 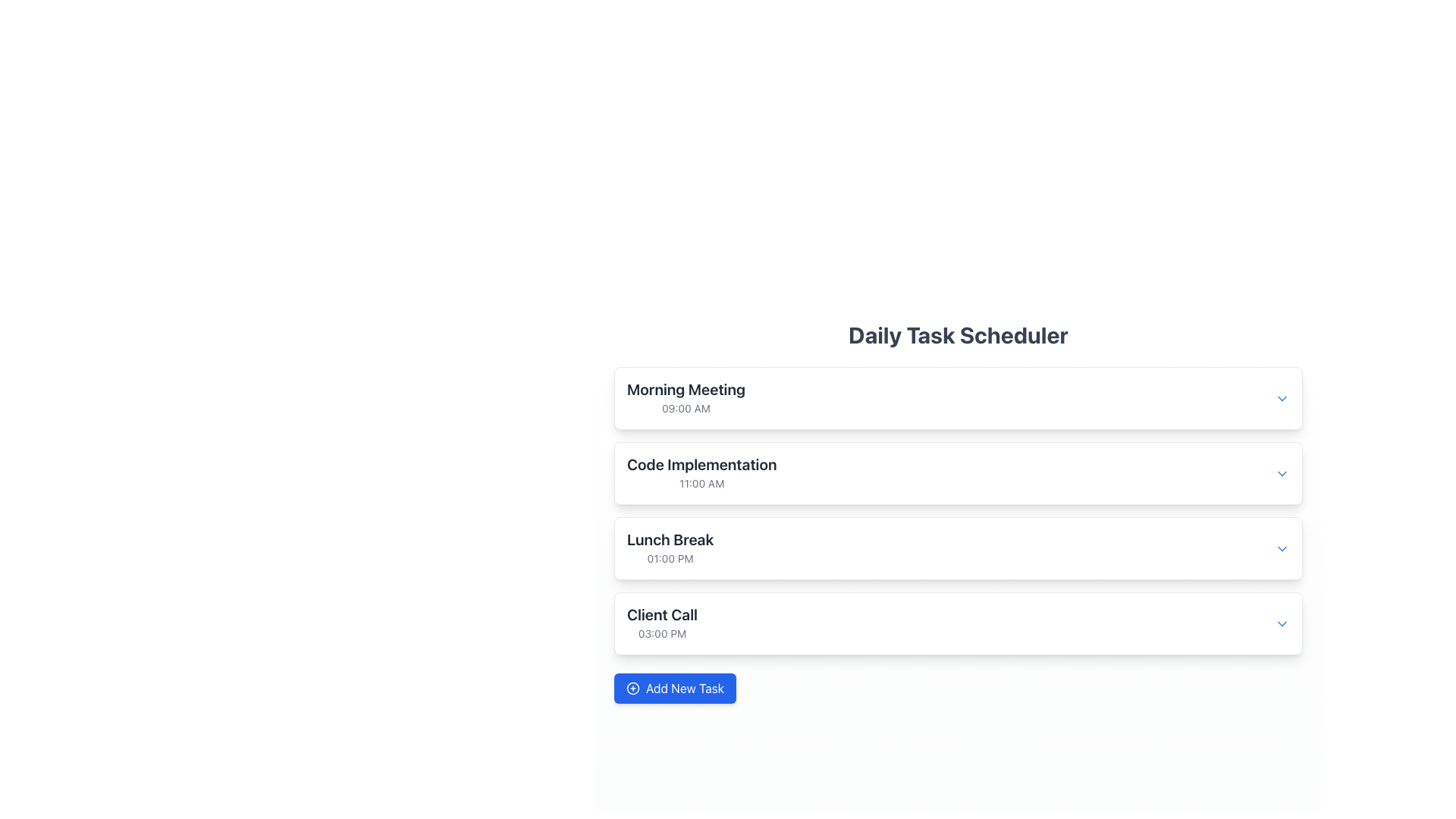 I want to click on the Dropdown Toggle Icon located at the rightmost side of the 'Client Call' entry row, next to '03:00 PM', to change its color, so click(x=1281, y=623).